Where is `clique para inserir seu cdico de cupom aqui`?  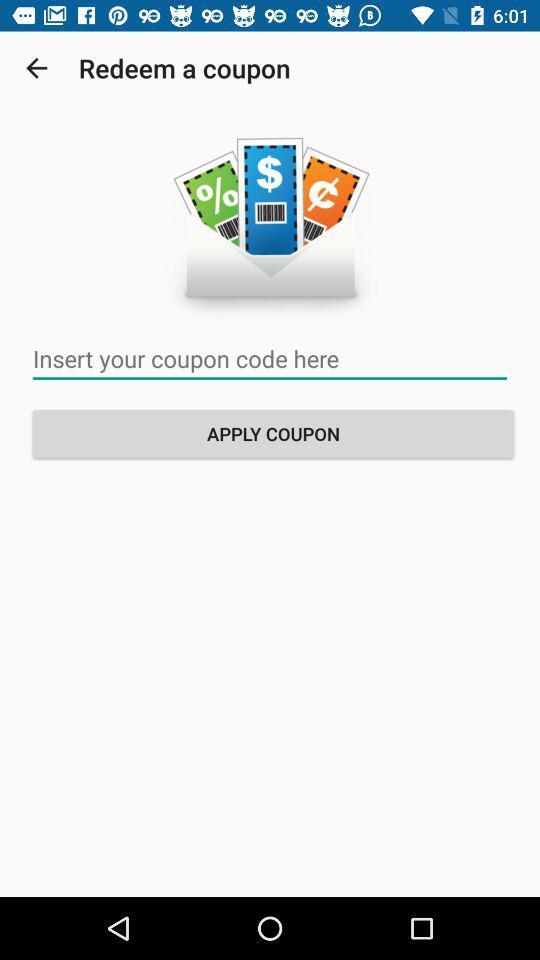
clique para inserir seu cdico de cupom aqui is located at coordinates (270, 359).